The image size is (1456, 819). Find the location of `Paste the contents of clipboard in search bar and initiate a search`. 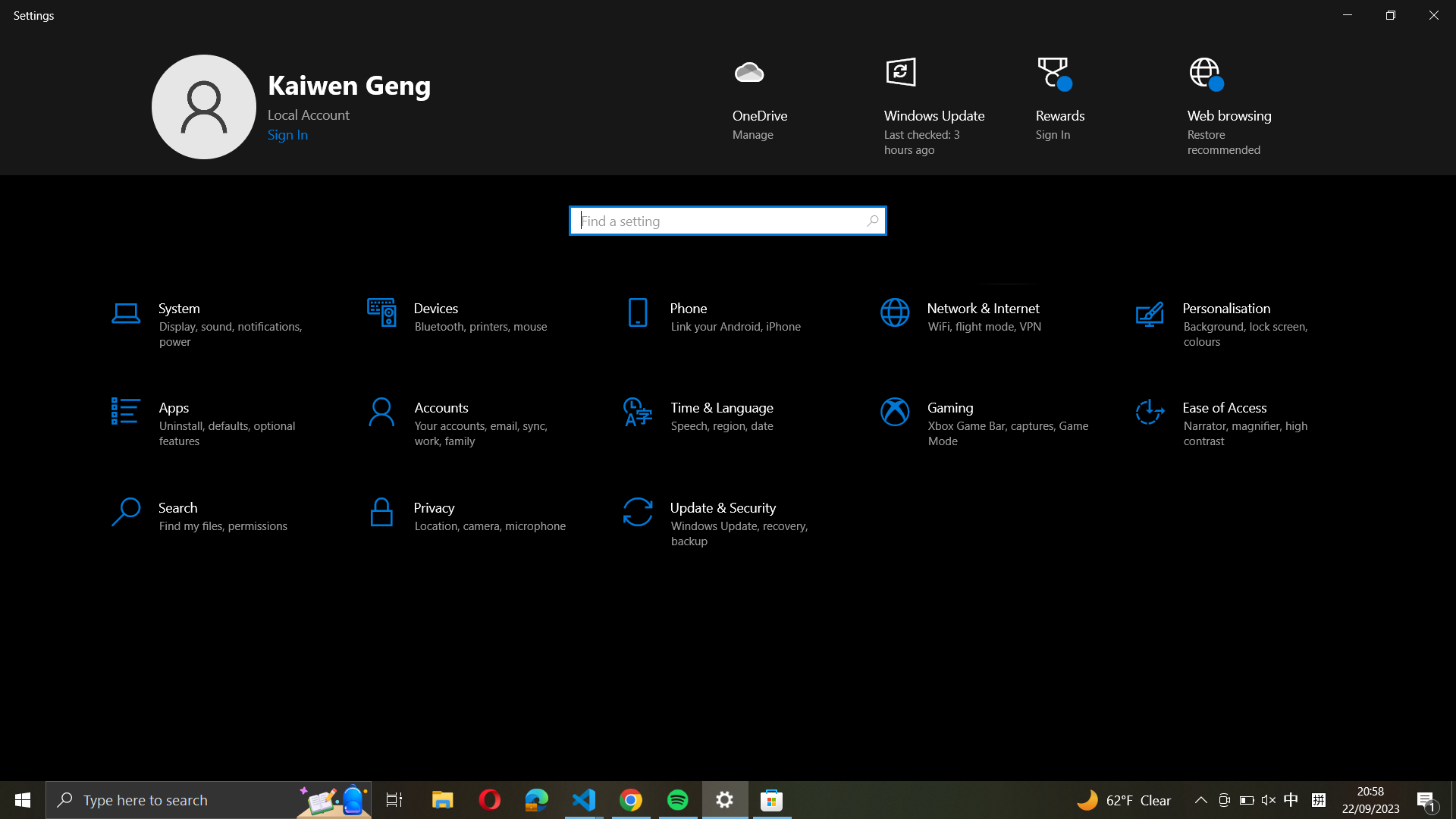

Paste the contents of clipboard in search bar and initiate a search is located at coordinates (726, 219).